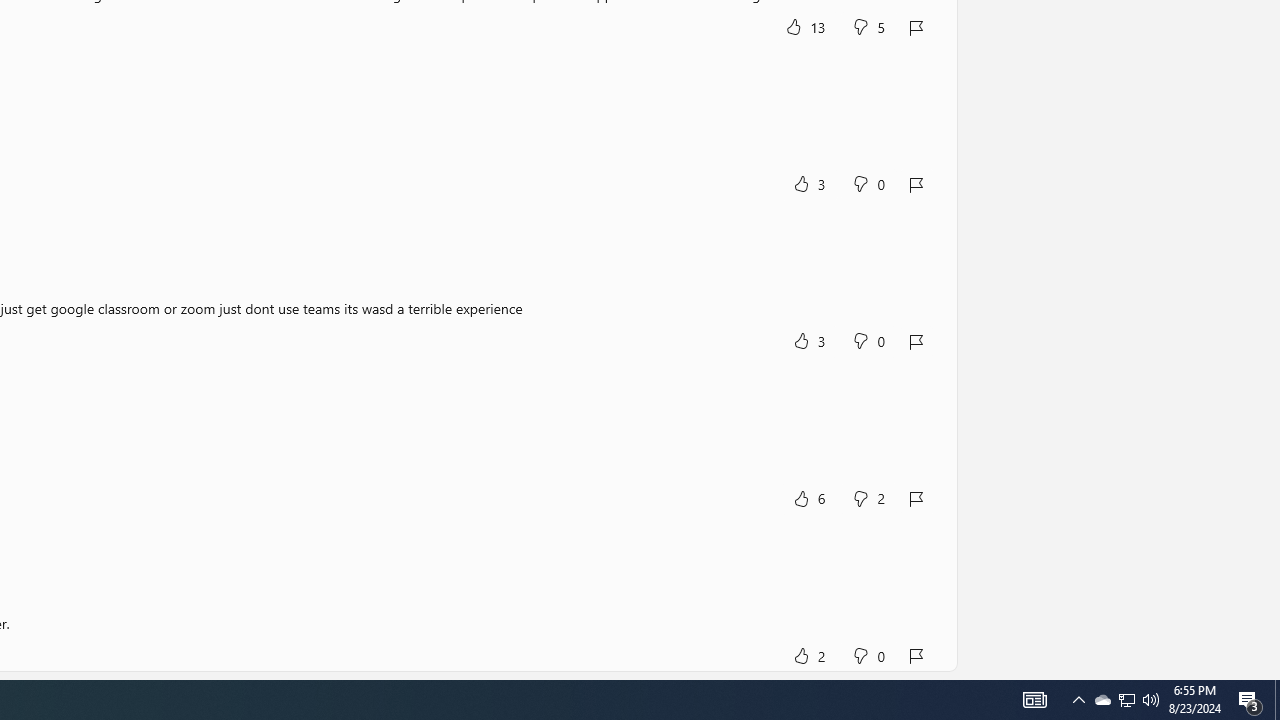  Describe the element at coordinates (808, 655) in the screenshot. I see `'Yes, this was helpful. 2 votes.'` at that location.